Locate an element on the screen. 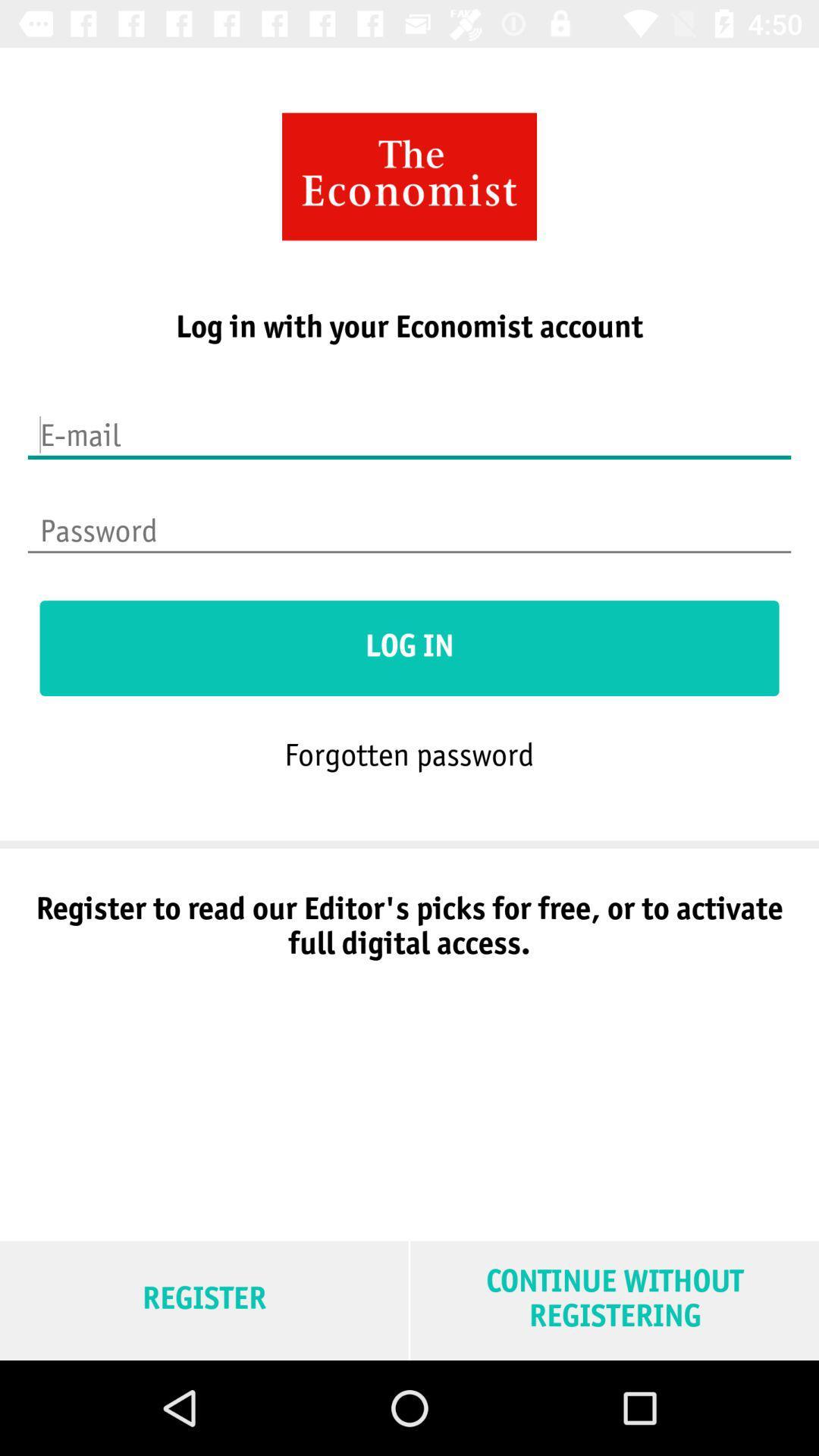 The image size is (819, 1456). your custom email address is located at coordinates (409, 425).